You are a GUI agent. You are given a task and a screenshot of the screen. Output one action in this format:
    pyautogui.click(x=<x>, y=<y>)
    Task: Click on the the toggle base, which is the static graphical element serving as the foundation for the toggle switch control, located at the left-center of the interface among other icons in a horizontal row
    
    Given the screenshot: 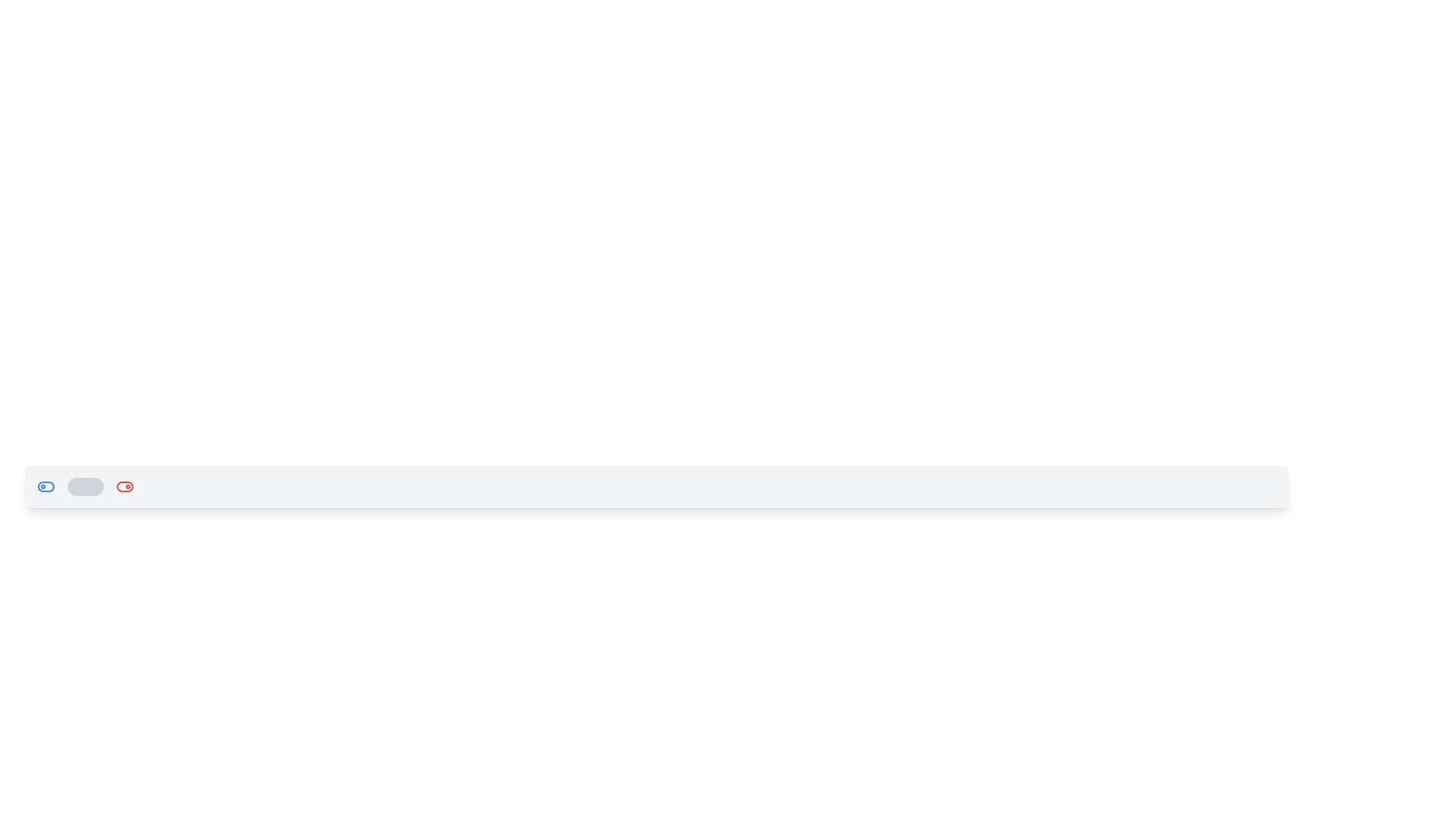 What is the action you would take?
    pyautogui.click(x=46, y=486)
    